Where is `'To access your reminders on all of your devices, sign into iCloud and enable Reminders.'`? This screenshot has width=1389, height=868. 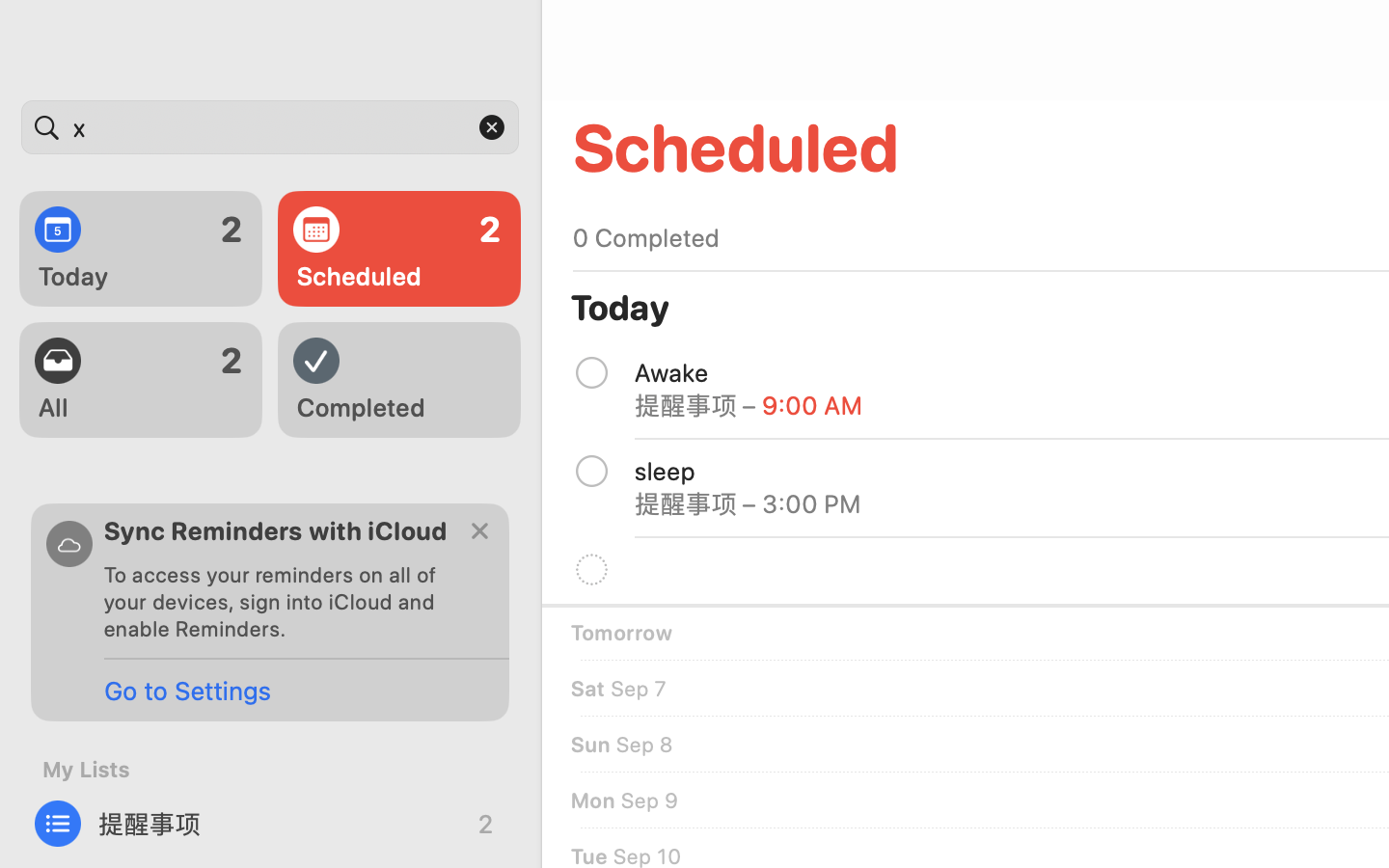
'To access your reminders on all of your devices, sign into iCloud and enable Reminders.' is located at coordinates (278, 601).